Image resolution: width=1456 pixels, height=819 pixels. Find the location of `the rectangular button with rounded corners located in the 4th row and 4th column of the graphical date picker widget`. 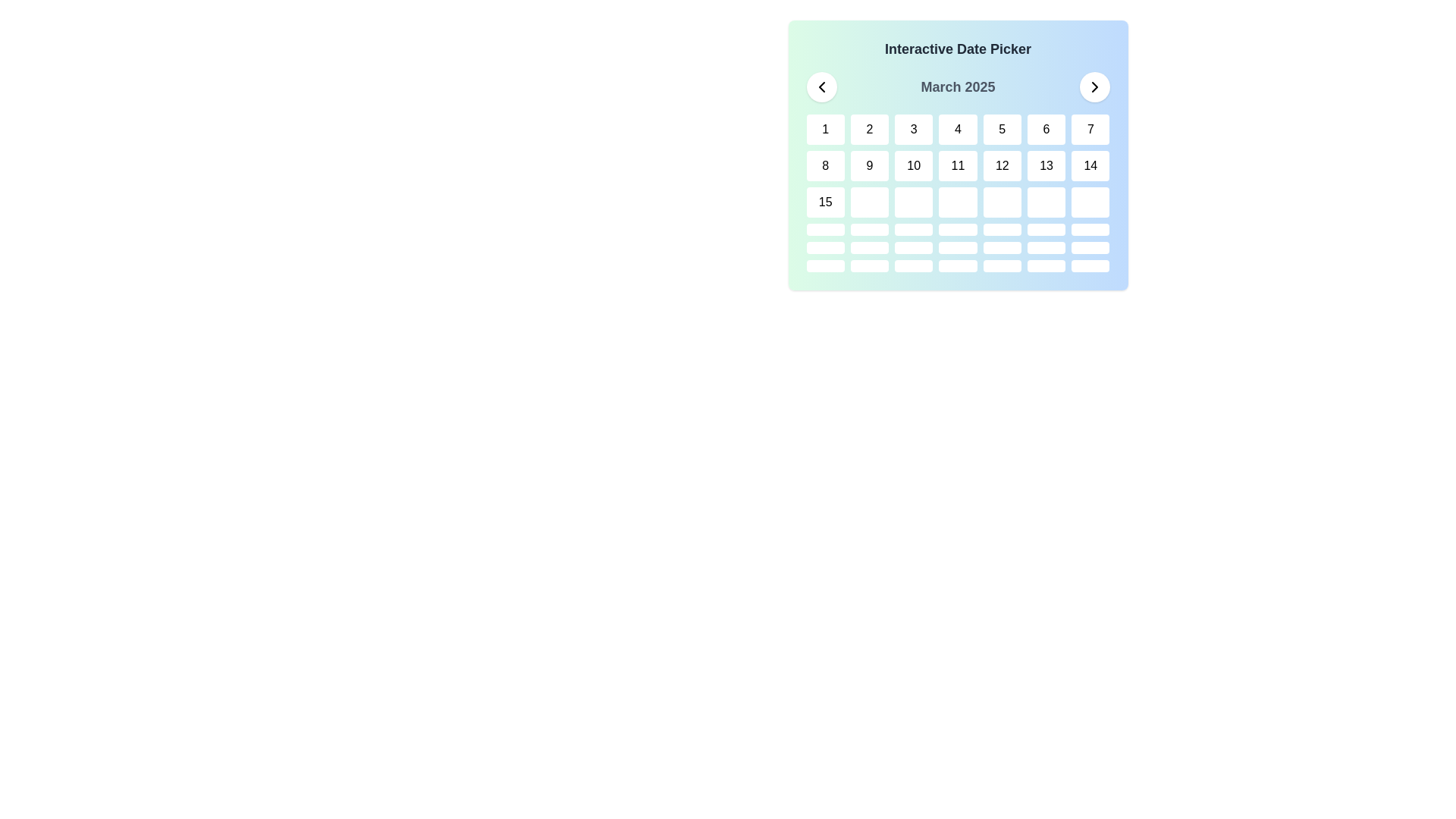

the rectangular button with rounded corners located in the 4th row and 4th column of the graphical date picker widget is located at coordinates (957, 247).